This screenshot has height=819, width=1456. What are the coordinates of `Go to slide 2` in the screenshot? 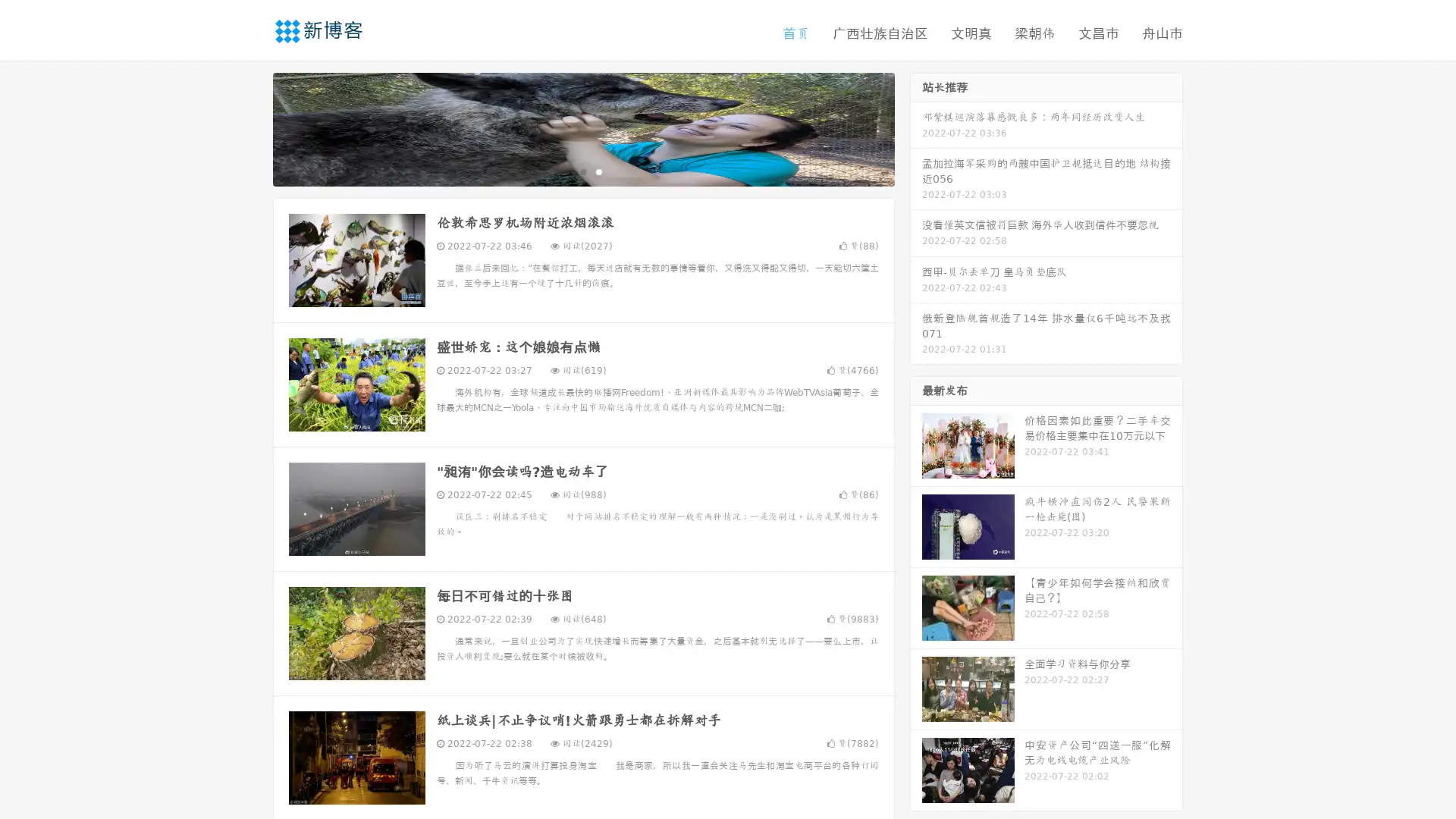 It's located at (582, 171).